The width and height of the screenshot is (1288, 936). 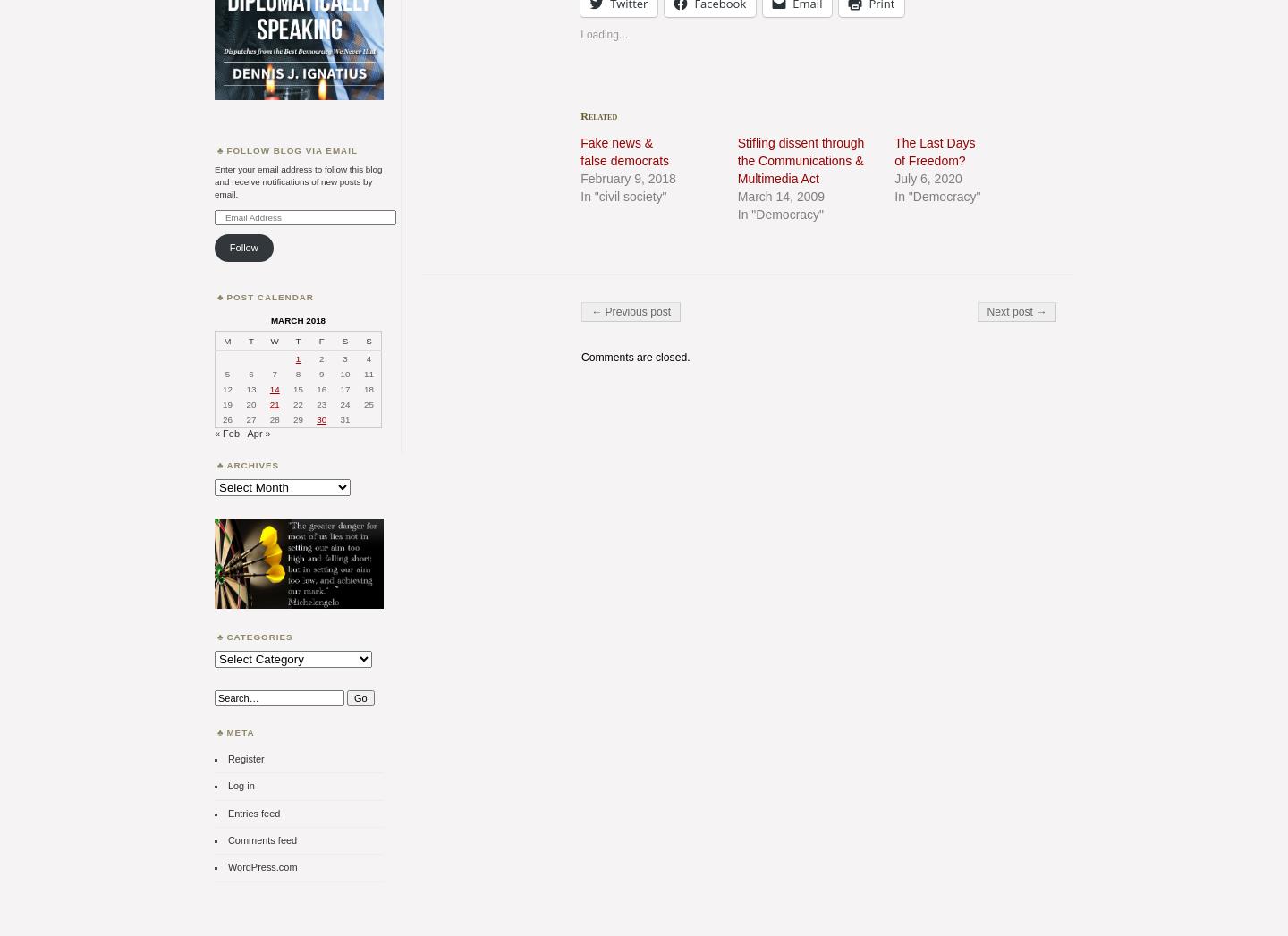 I want to click on 'Loading...', so click(x=604, y=33).